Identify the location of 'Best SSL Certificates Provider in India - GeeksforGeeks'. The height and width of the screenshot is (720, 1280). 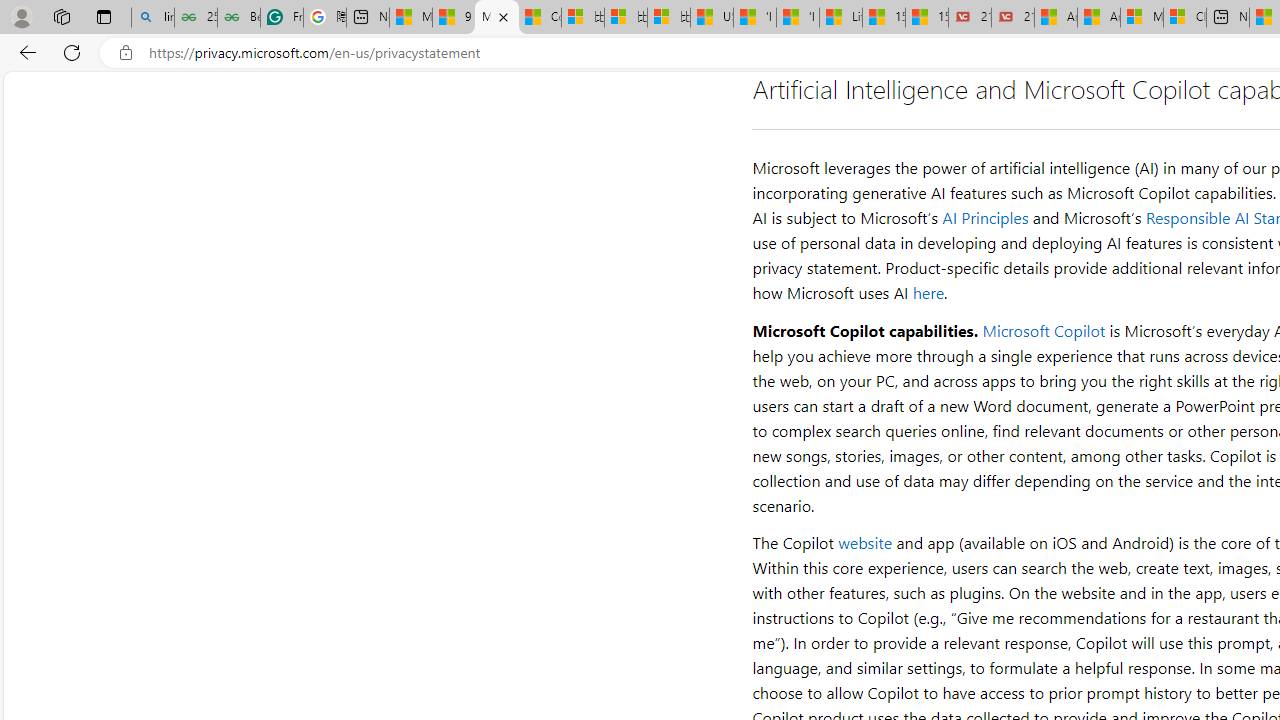
(238, 17).